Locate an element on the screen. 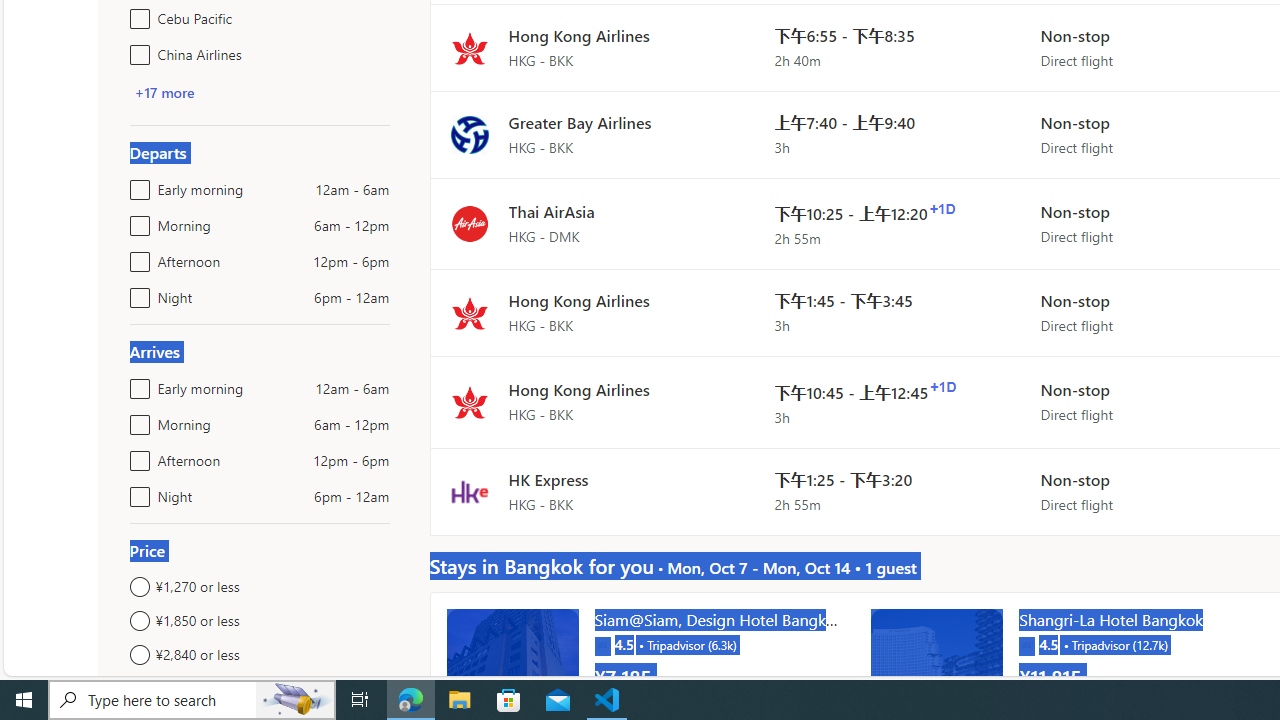 The height and width of the screenshot is (720, 1280). 'Tripadvisor' is located at coordinates (1027, 644).